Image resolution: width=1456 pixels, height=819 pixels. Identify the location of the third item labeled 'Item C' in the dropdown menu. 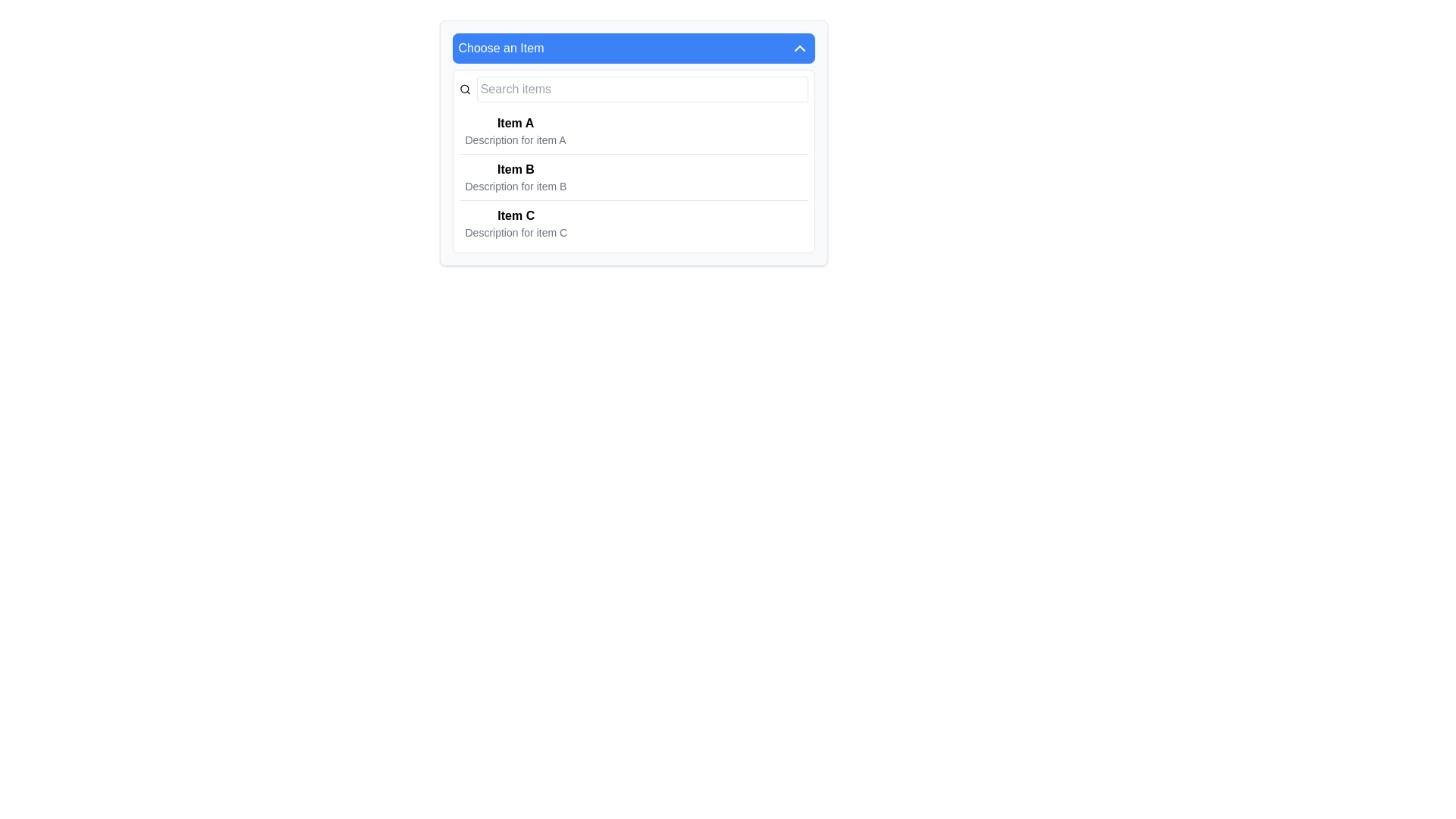
(516, 223).